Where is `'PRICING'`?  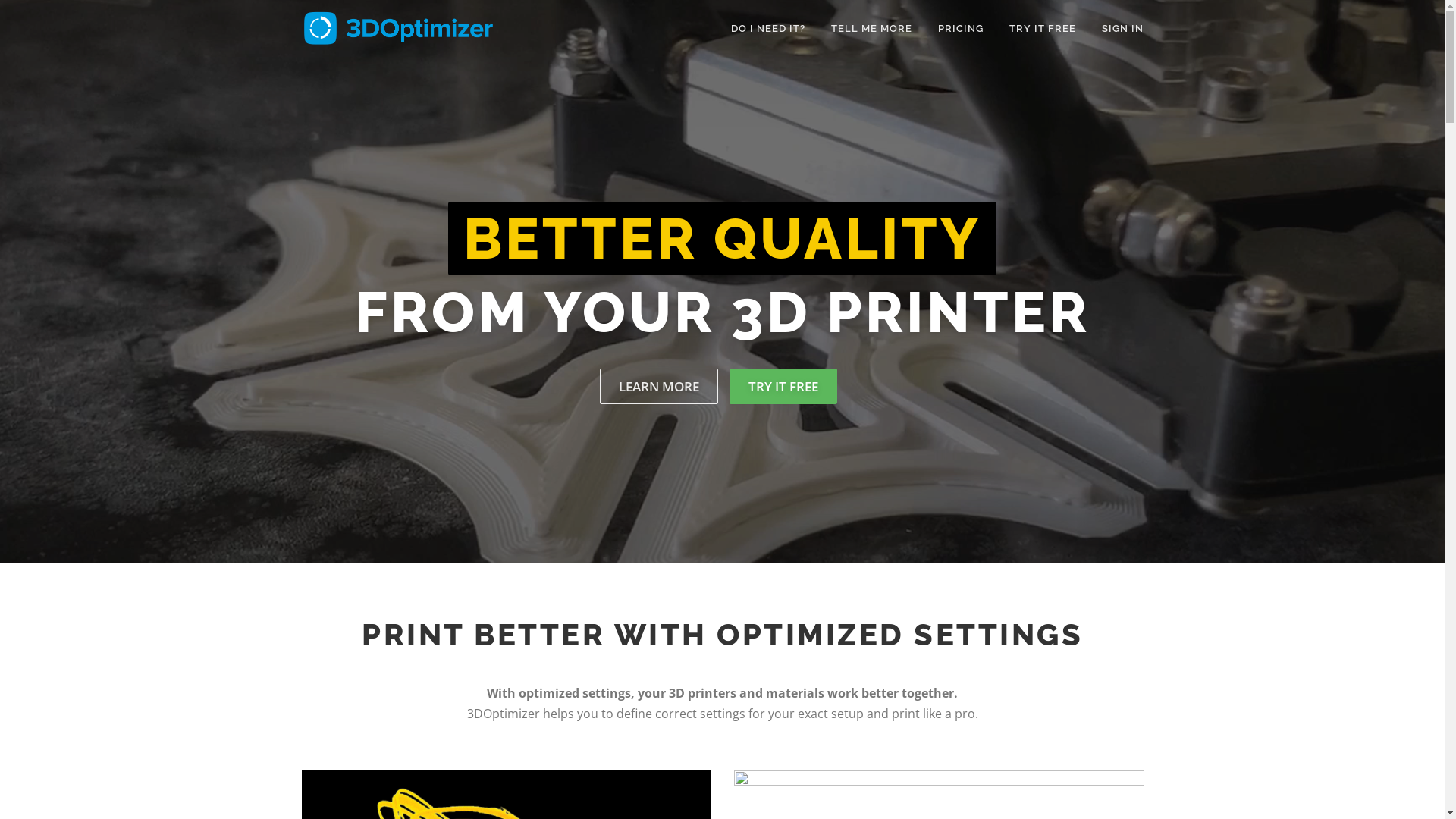 'PRICING' is located at coordinates (960, 28).